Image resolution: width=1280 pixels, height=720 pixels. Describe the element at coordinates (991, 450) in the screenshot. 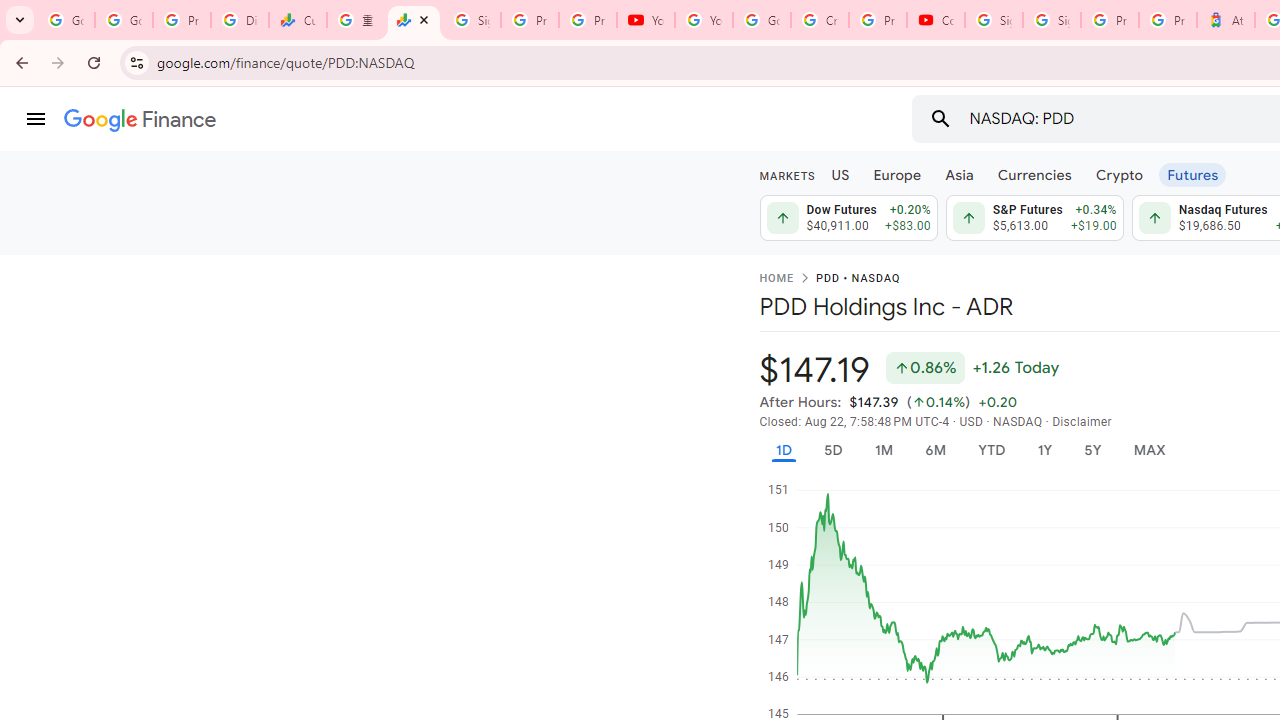

I see `'YTD'` at that location.